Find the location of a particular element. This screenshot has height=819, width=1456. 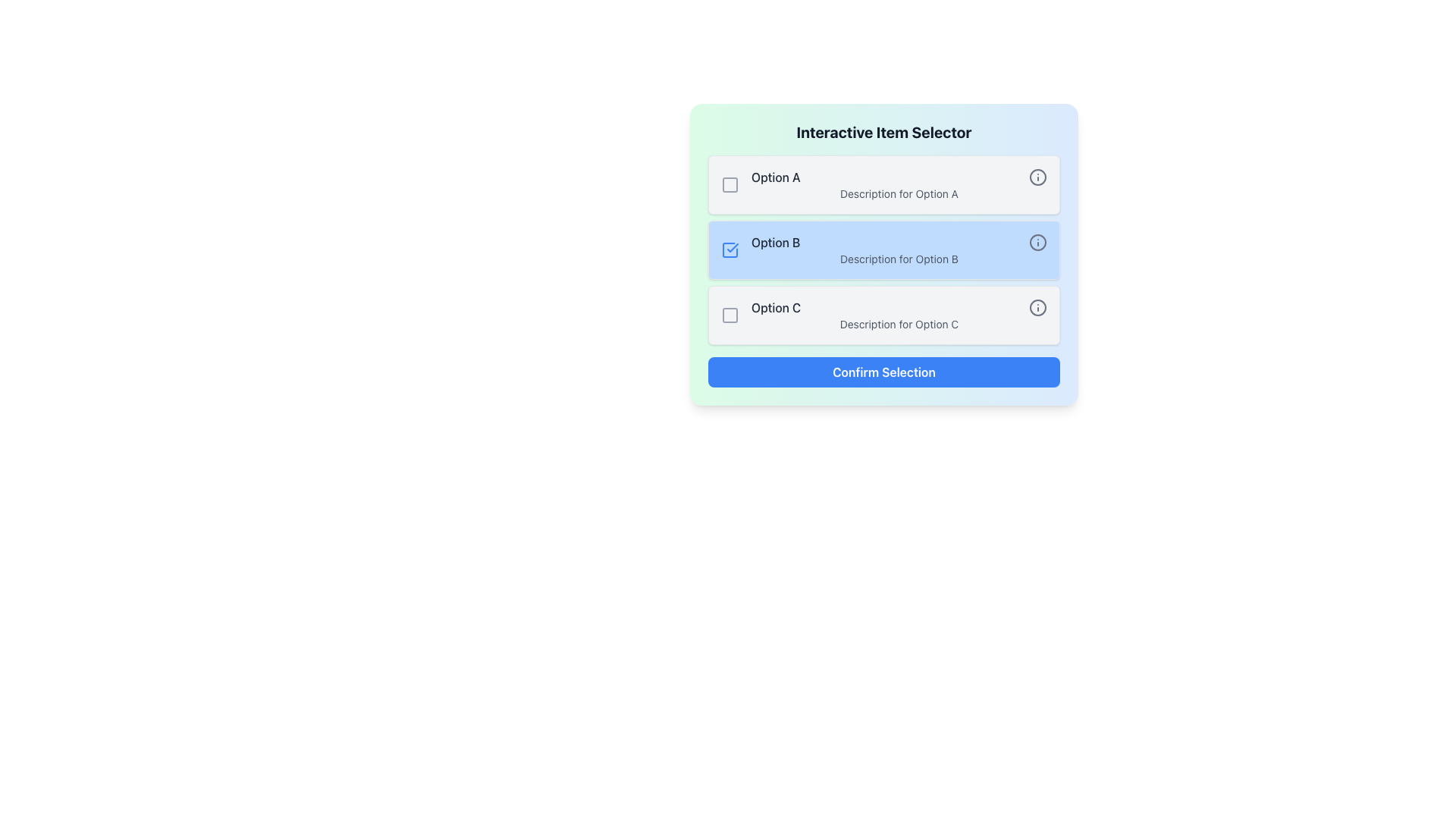

the static text element that reads 'Description for Option A', which is located directly beneath the larger text 'Option A' in the interactive item selector interface is located at coordinates (899, 193).